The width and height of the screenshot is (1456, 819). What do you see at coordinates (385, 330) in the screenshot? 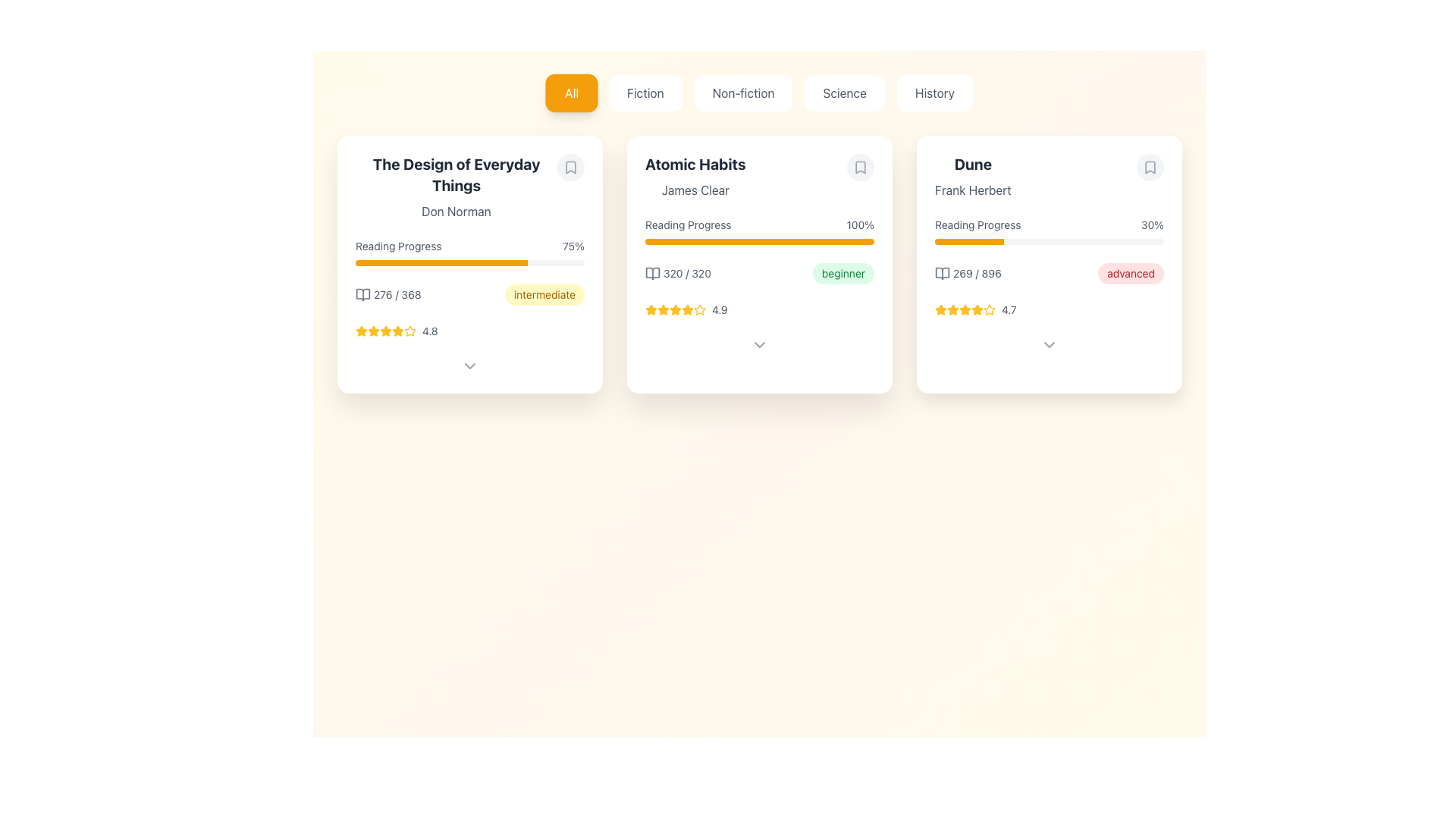
I see `the fifth star icon to rate the book 'The Design of Everyday Things' located in the first card of a three-card layout` at bounding box center [385, 330].